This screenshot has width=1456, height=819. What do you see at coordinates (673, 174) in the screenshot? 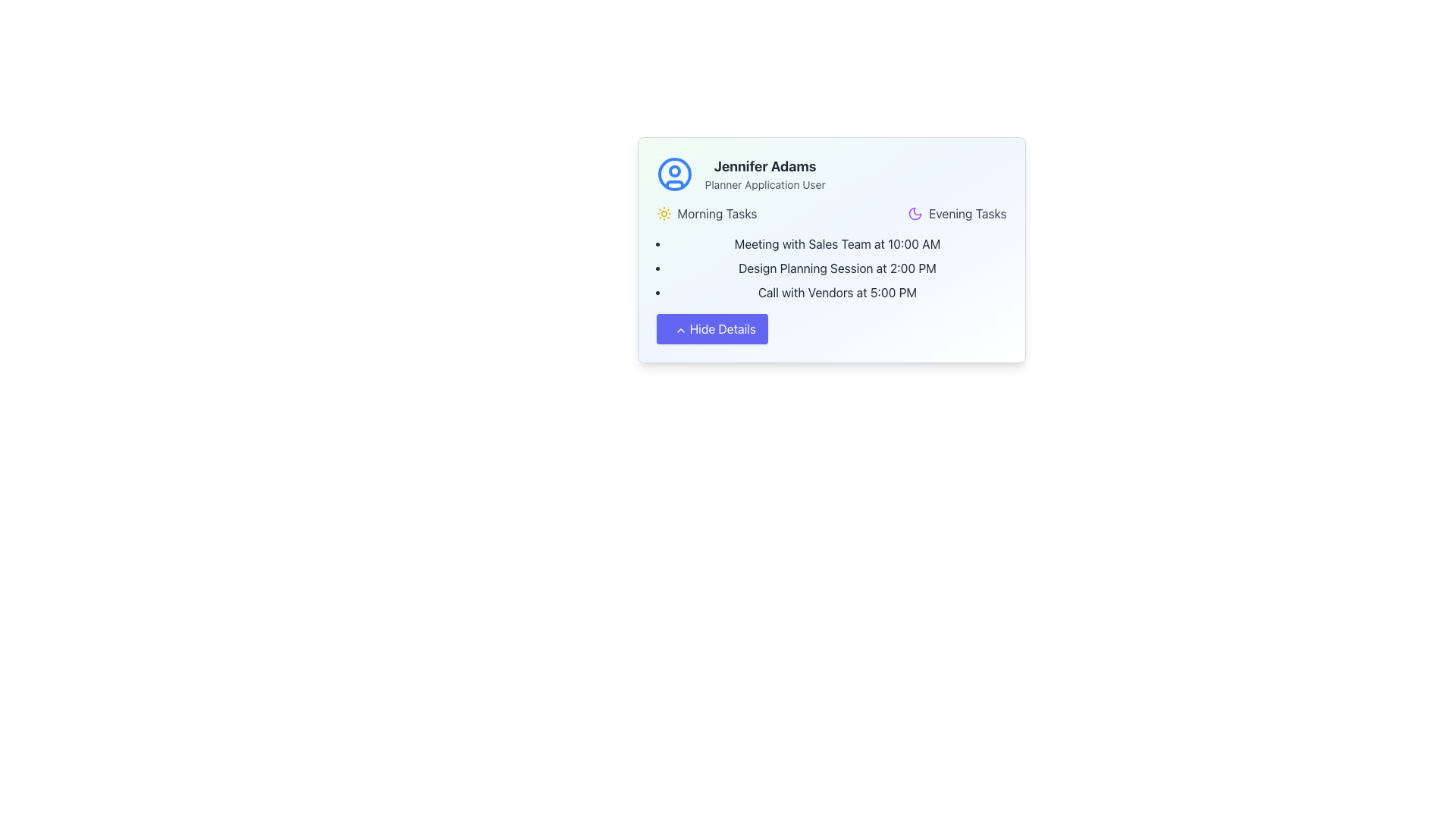
I see `the outer circular structure of the SVG user avatar icon located to the left of the heading text 'Jennifer Adams'` at bounding box center [673, 174].